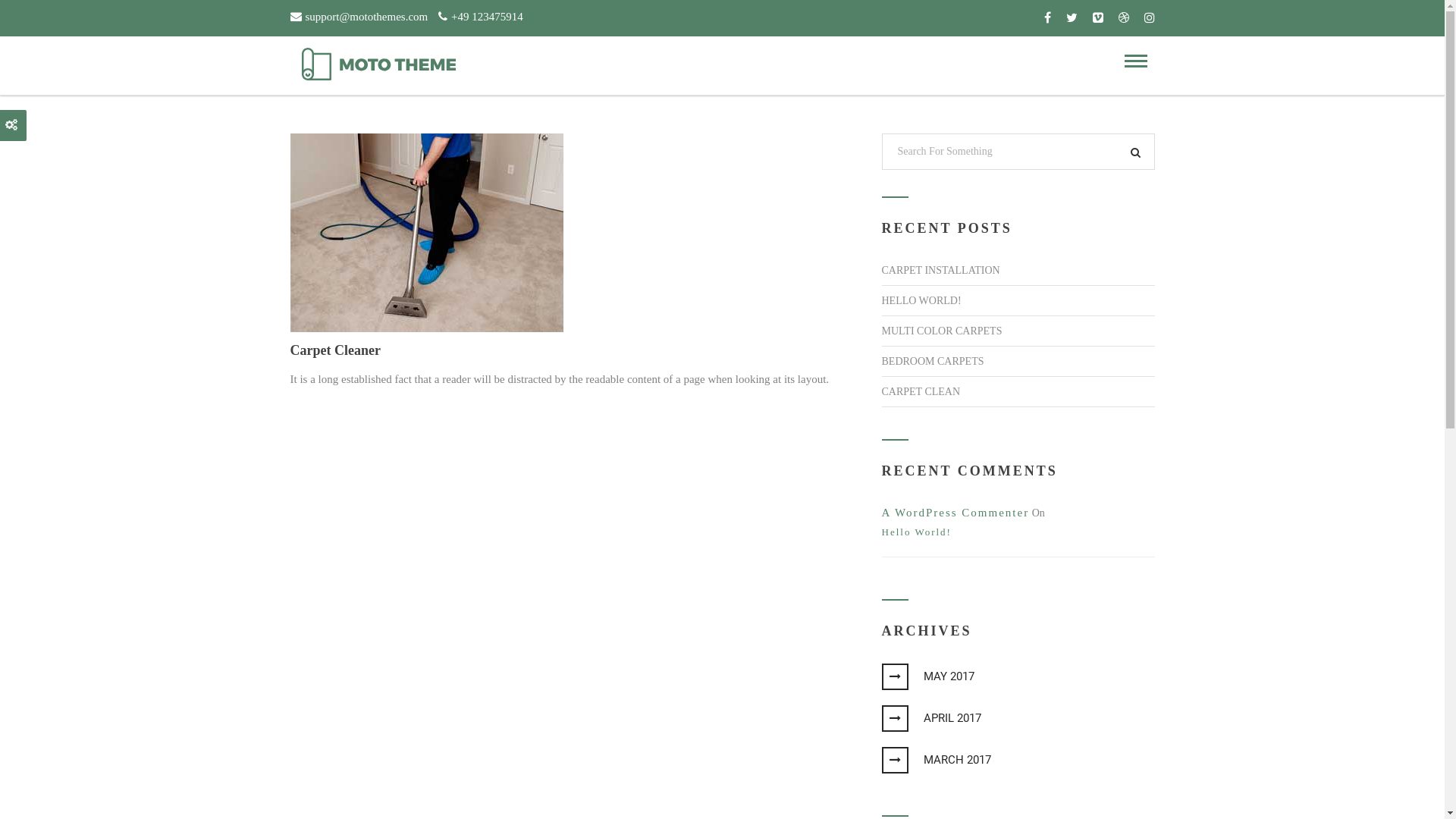 The width and height of the screenshot is (1456, 819). Describe the element at coordinates (290, 14) in the screenshot. I see `'support@motothemes.com'` at that location.